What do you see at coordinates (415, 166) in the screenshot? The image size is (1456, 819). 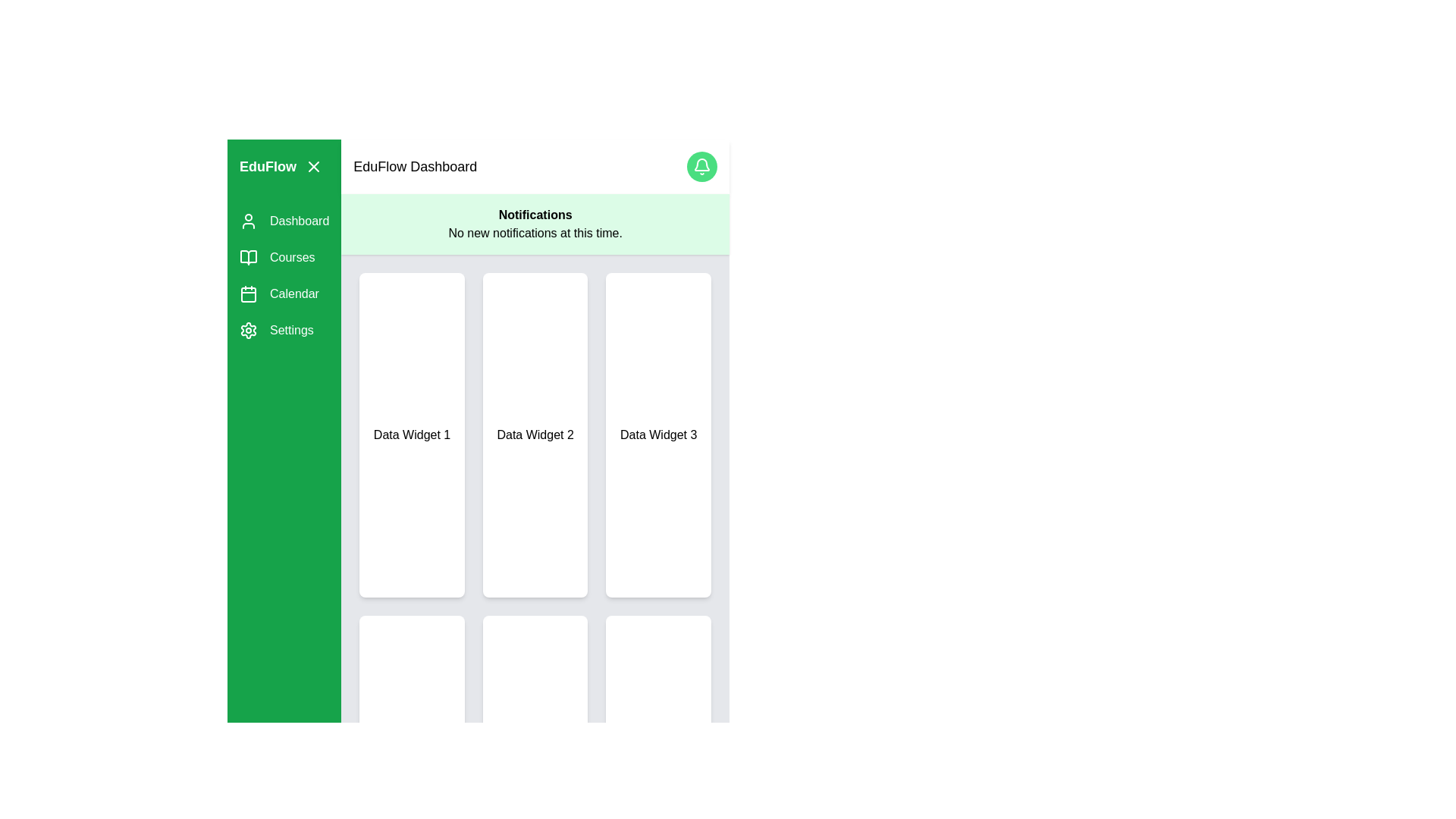 I see `the 'EduFlow Dashboard' label located` at bounding box center [415, 166].